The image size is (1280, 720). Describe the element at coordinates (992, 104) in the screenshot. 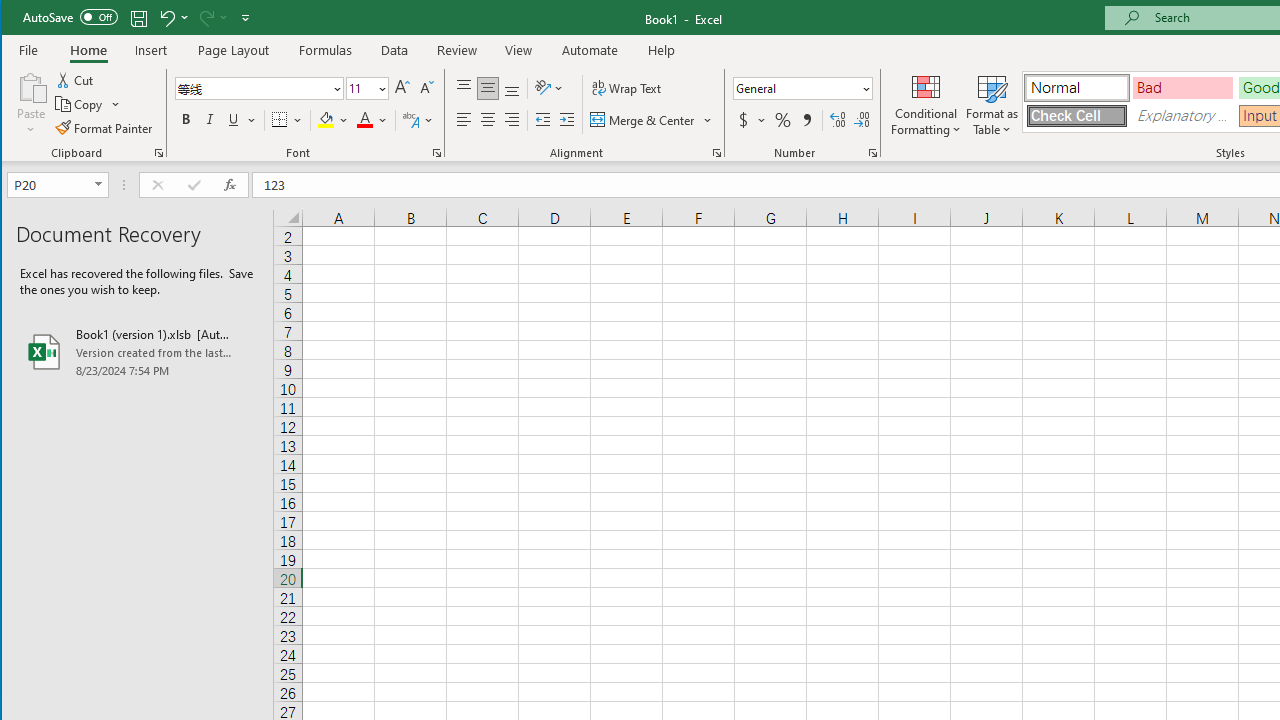

I see `'Format as Table'` at that location.